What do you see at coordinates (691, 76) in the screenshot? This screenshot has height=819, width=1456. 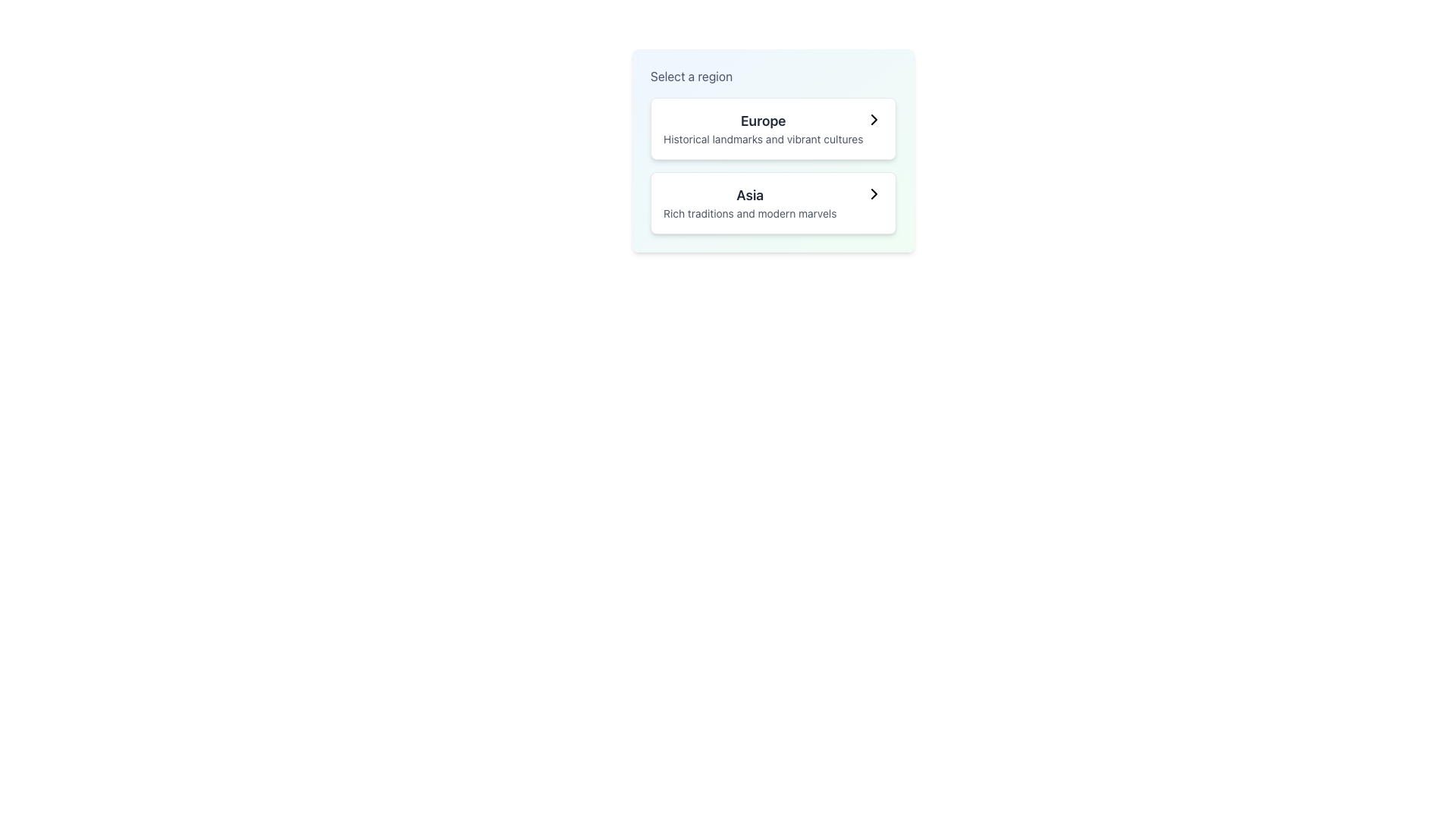 I see `the Text label that serves as a descriptive label for the region selection options located in the header area` at bounding box center [691, 76].